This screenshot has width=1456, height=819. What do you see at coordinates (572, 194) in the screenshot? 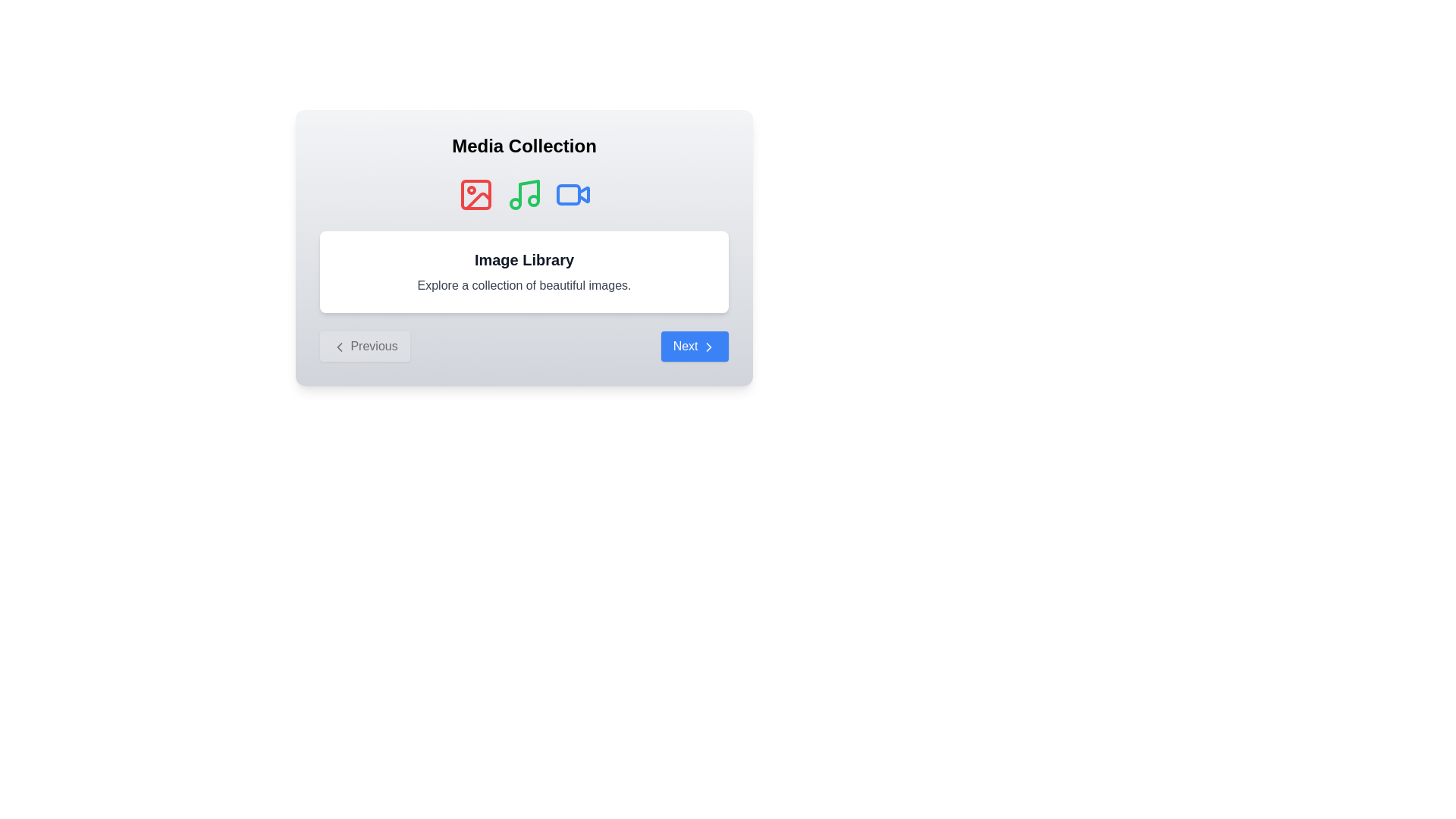
I see `the button corresponding to the video media type to observe the hover effect` at bounding box center [572, 194].